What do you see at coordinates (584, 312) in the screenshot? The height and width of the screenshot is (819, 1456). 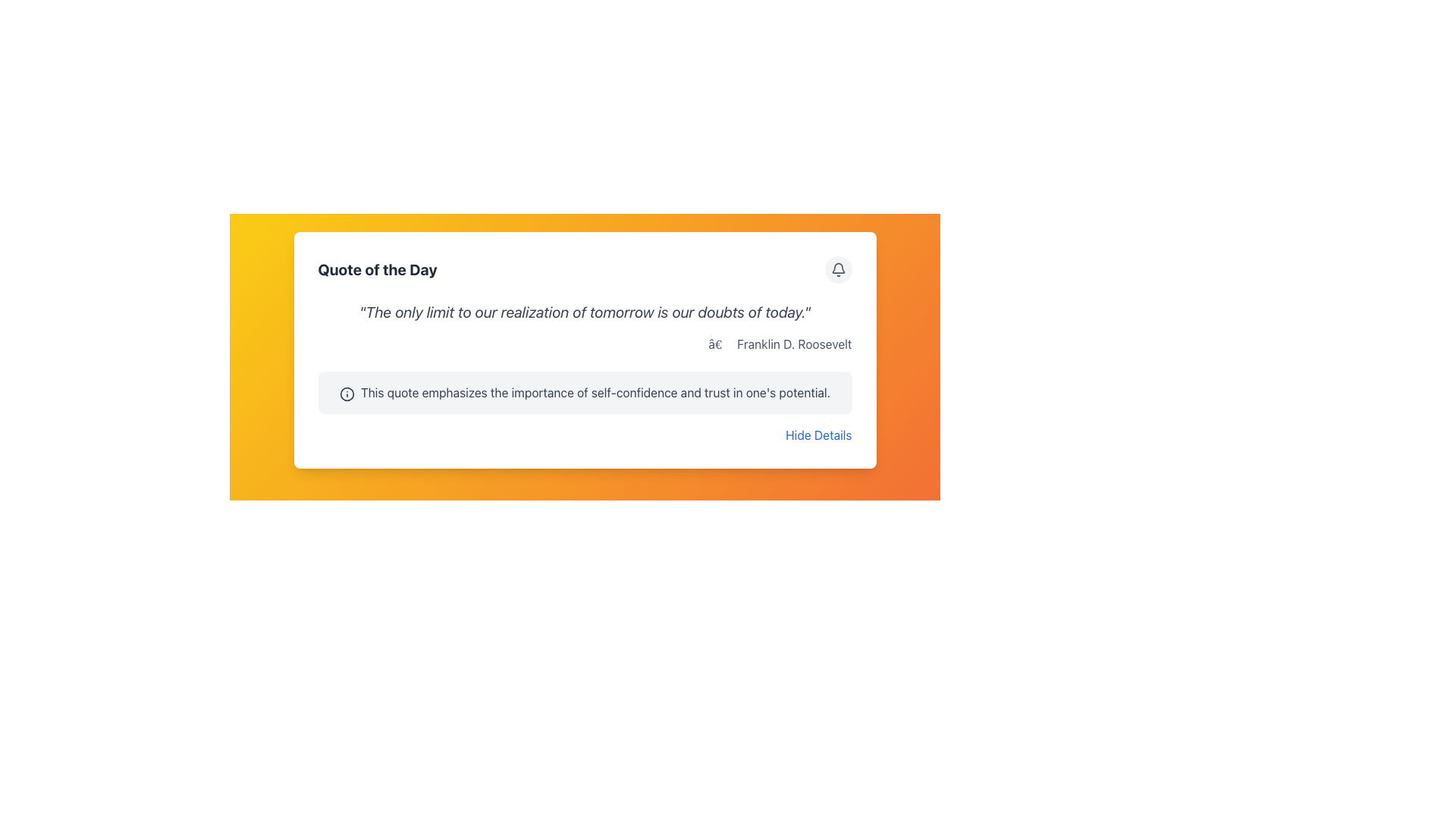 I see `the Static Text displaying the motivational quote, which is located below the title 'Quote of the Day' and above the attribution 'Franklin D. Roosevelt'` at bounding box center [584, 312].